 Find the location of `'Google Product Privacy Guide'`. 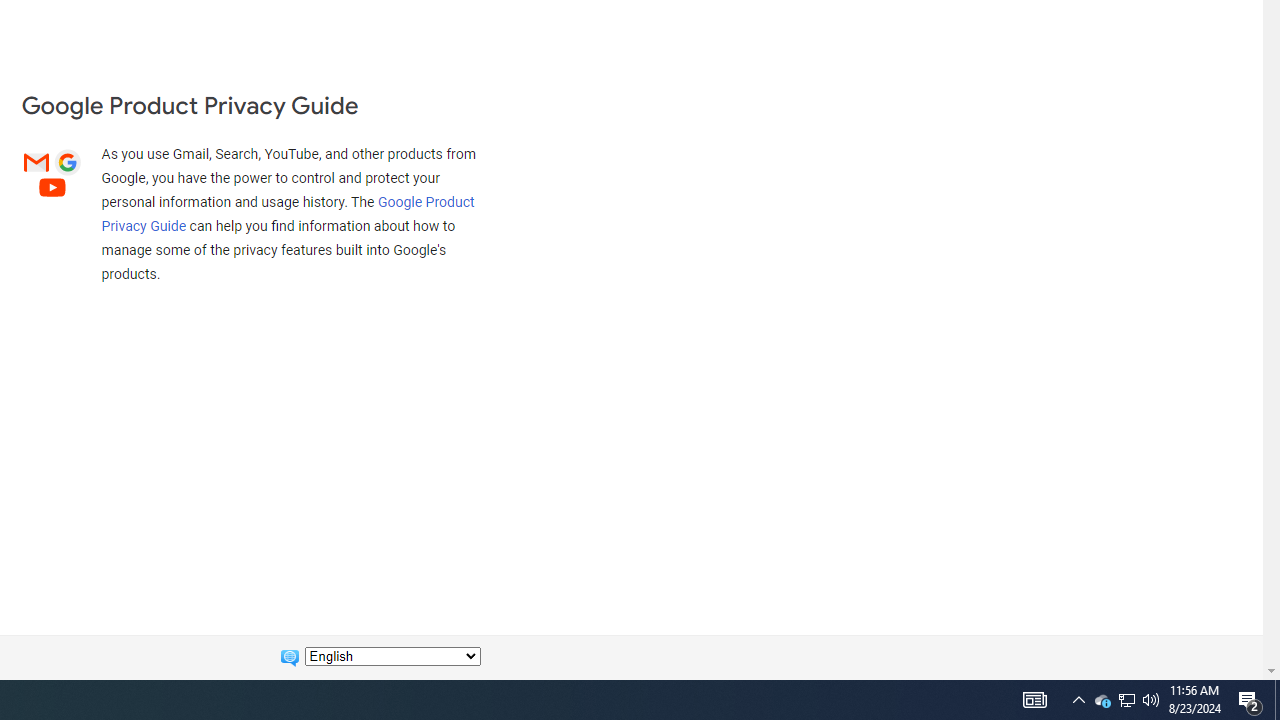

'Google Product Privacy Guide' is located at coordinates (287, 213).